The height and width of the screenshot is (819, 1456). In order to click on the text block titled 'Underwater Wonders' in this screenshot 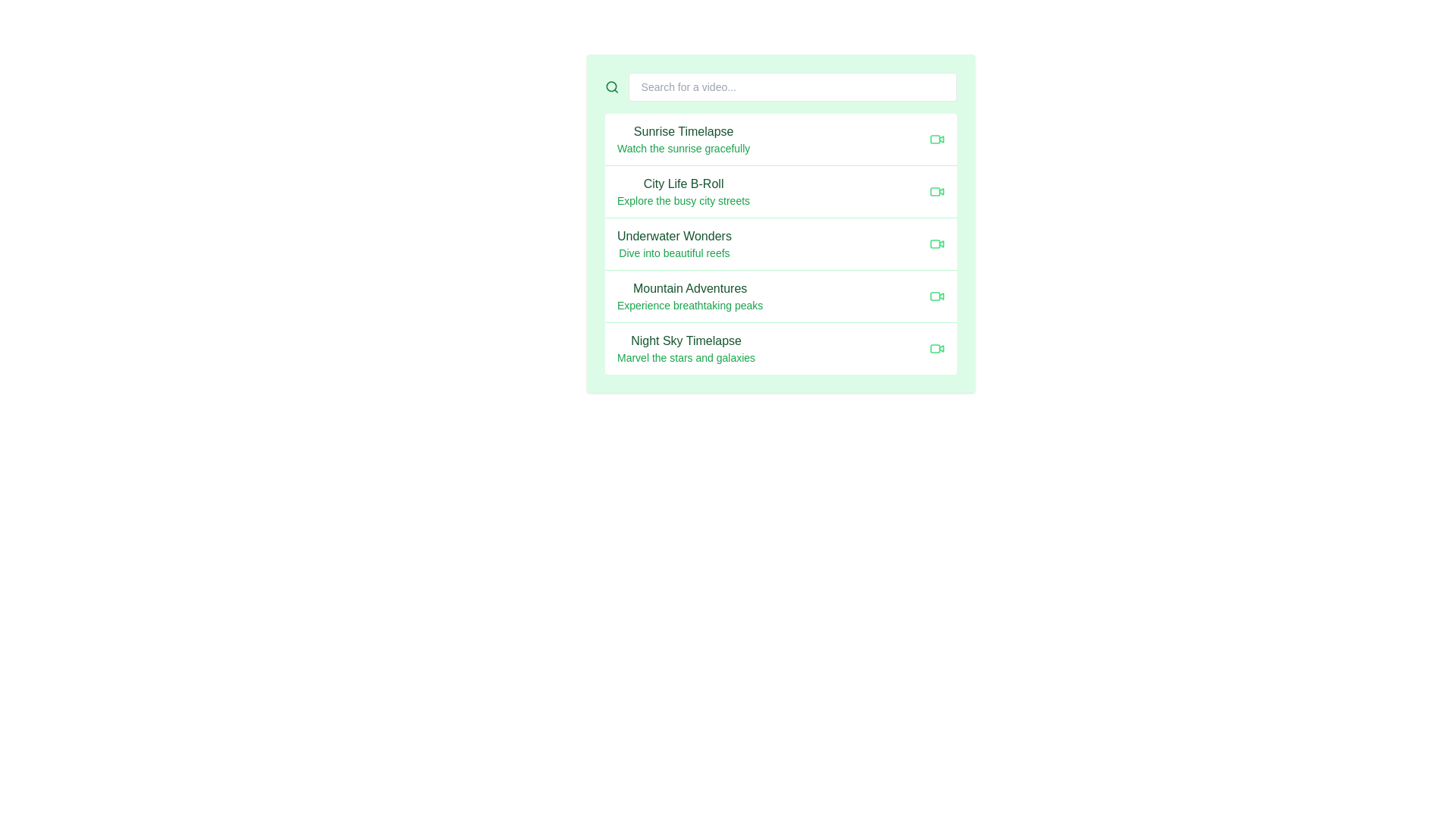, I will do `click(673, 243)`.